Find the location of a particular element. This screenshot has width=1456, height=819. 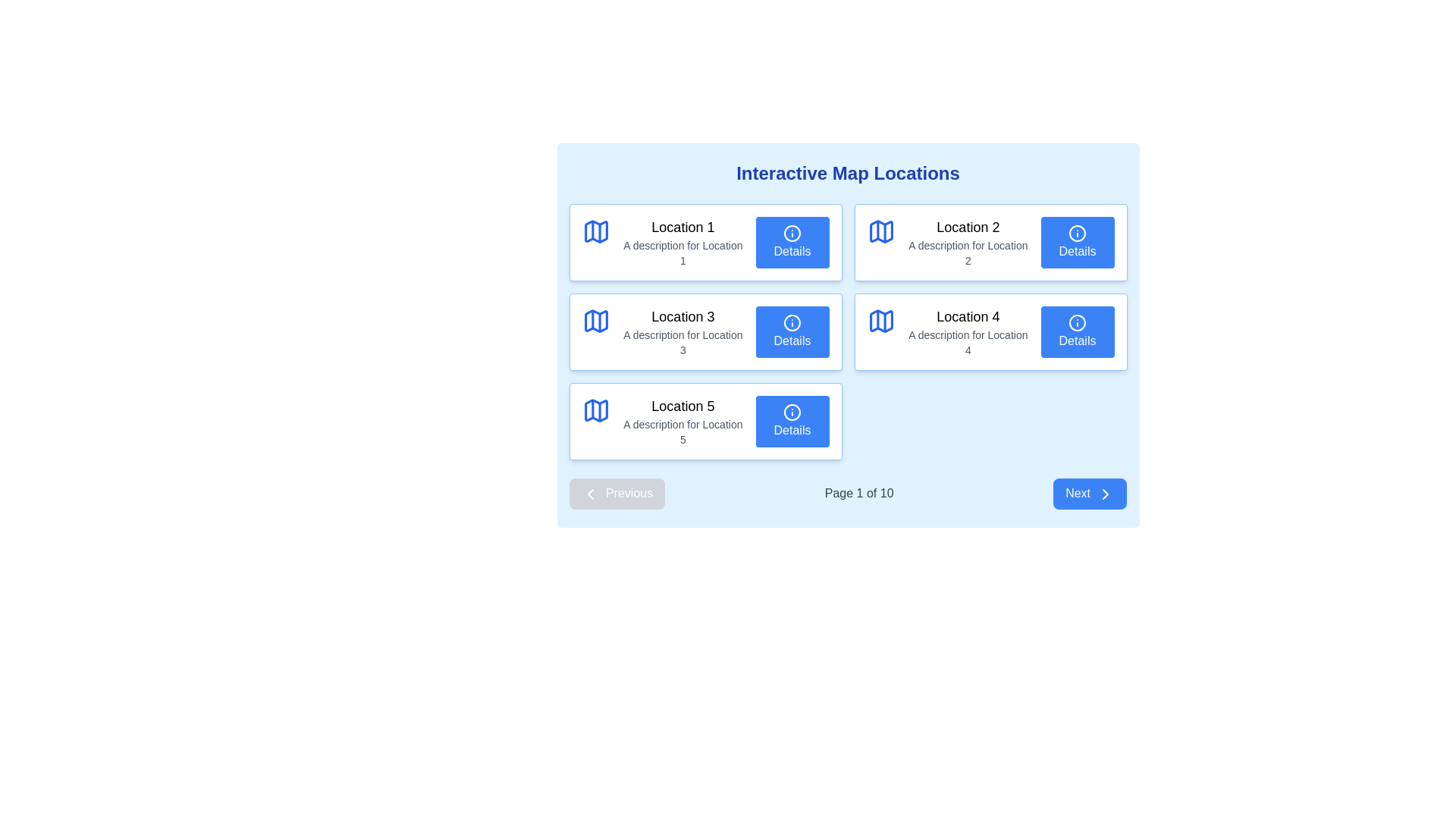

smaller, gray text that states 'A description for Location 5', which is located directly below the larger text 'Location 5' in the lower-left corner of the interface is located at coordinates (682, 432).